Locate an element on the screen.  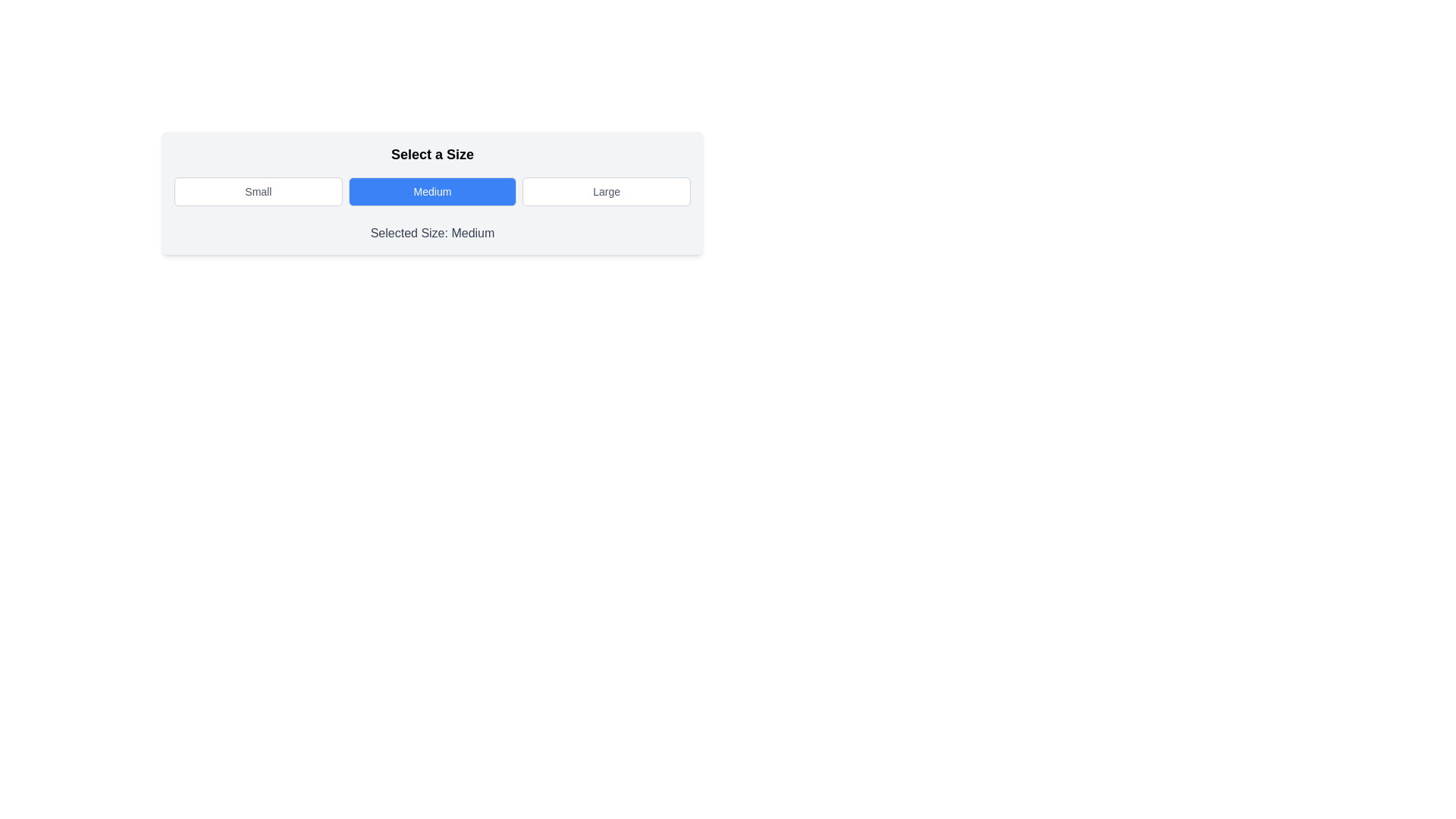
the segmented button group labeled 'Small', 'Medium', and 'Large' is located at coordinates (431, 191).